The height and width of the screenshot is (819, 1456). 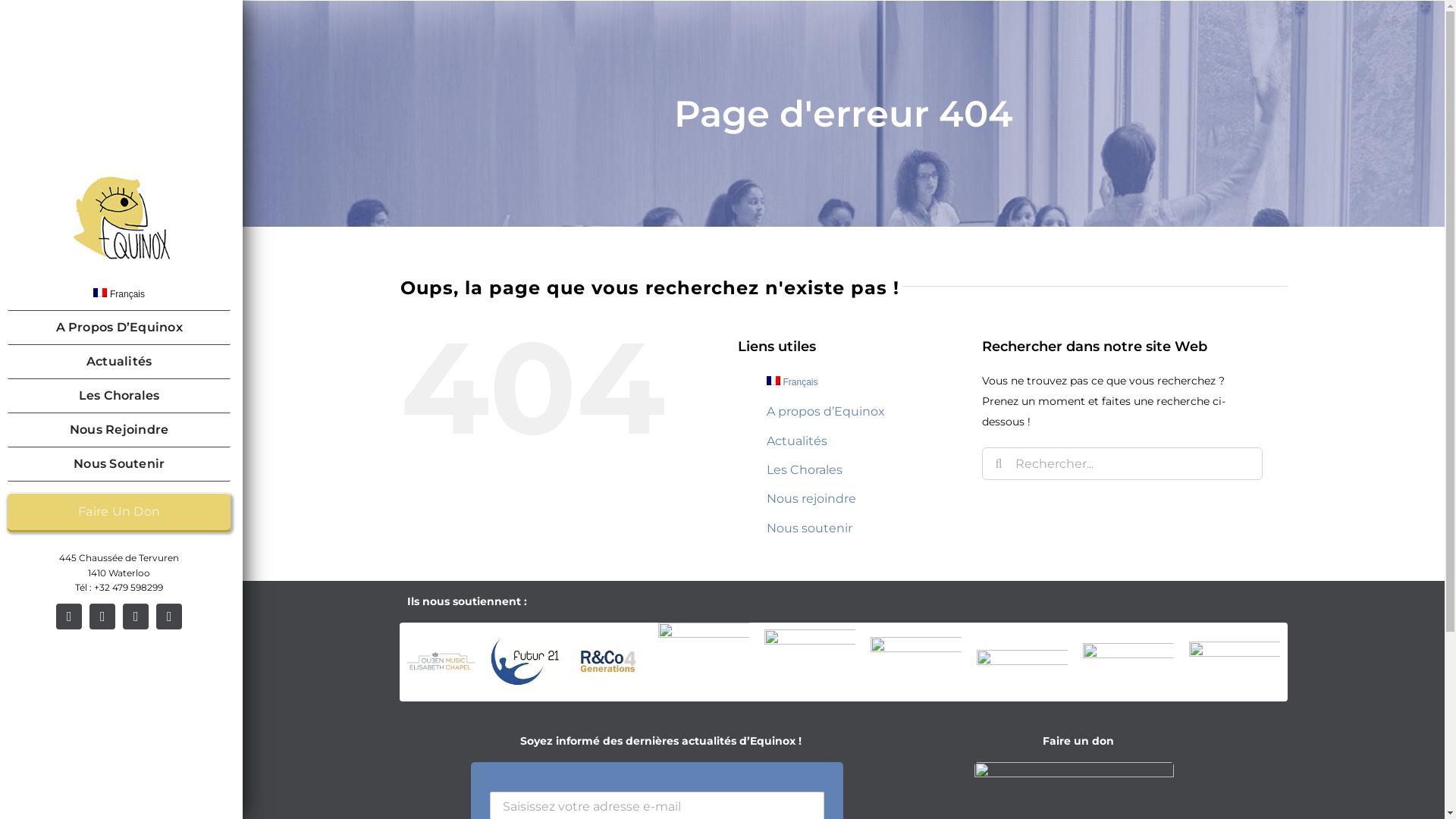 What do you see at coordinates (118, 430) in the screenshot?
I see `'Nous Rejoindre'` at bounding box center [118, 430].